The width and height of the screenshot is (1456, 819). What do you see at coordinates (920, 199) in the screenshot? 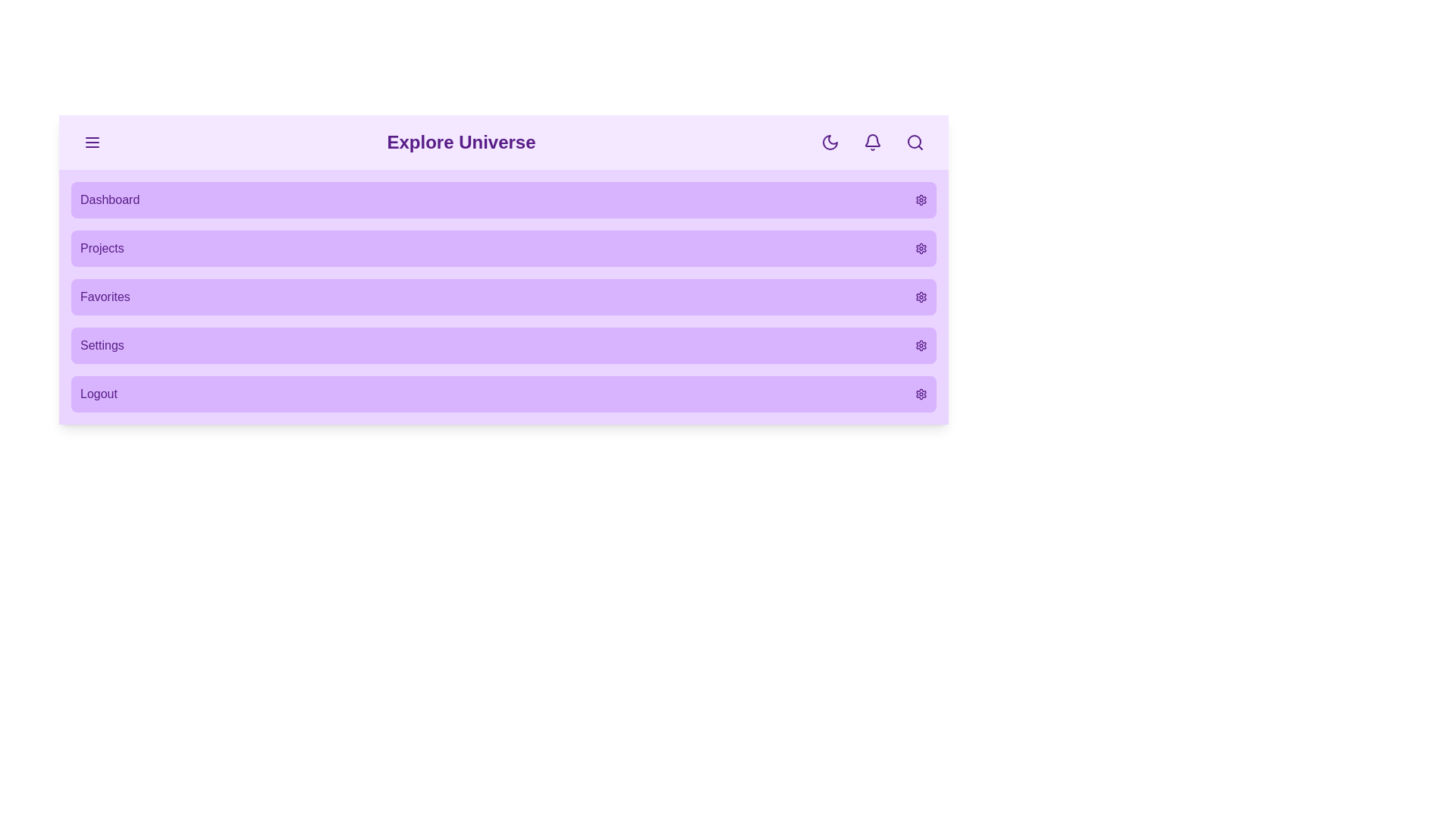
I see `the settings icon for the menu item labeled Dashboard` at bounding box center [920, 199].